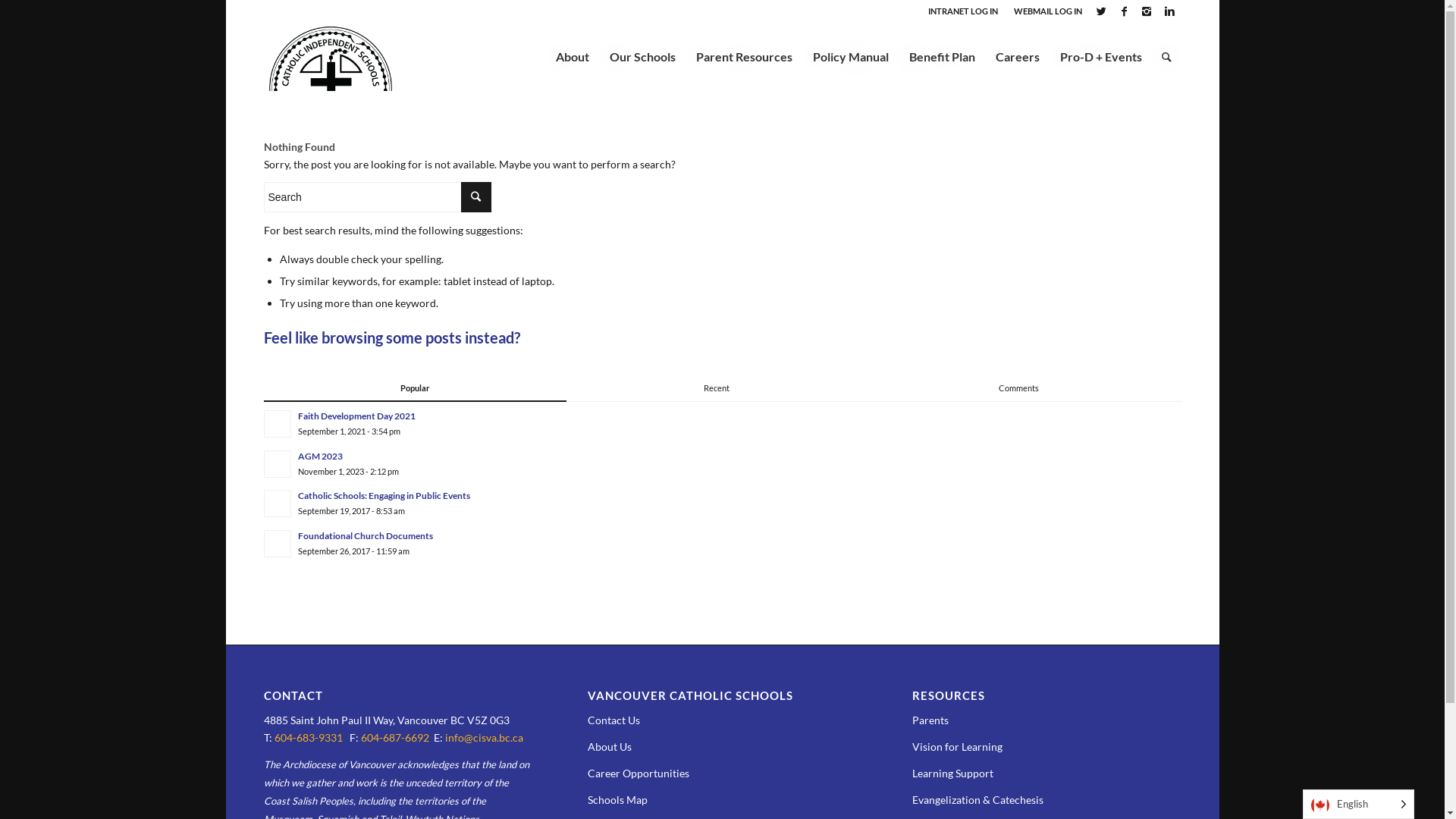 The image size is (1456, 819). Describe the element at coordinates (1169, 11) in the screenshot. I see `'Linkedin'` at that location.